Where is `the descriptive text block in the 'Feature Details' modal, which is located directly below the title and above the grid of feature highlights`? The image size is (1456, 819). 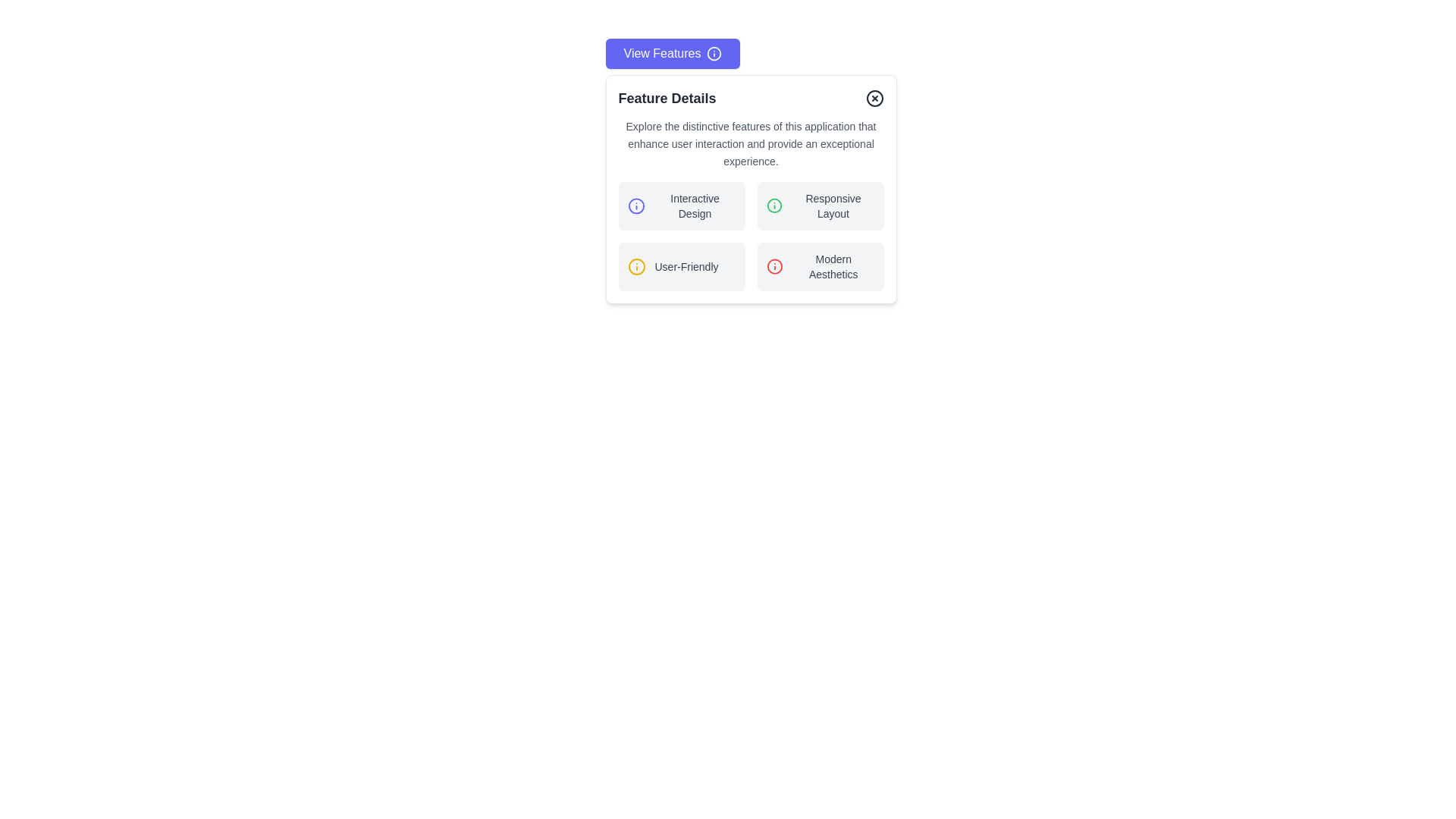
the descriptive text block in the 'Feature Details' modal, which is located directly below the title and above the grid of feature highlights is located at coordinates (751, 144).